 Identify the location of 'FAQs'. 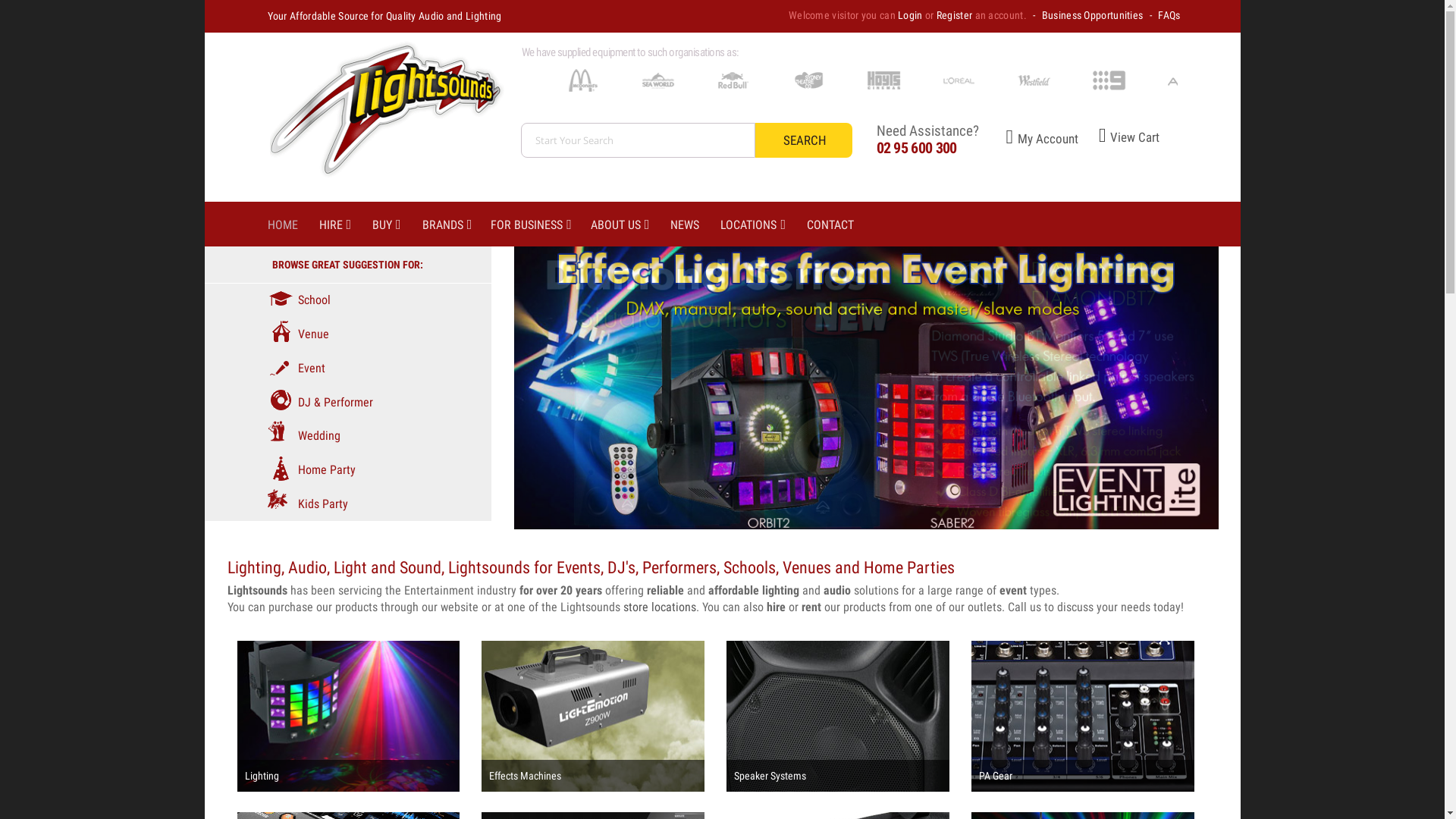
(1168, 14).